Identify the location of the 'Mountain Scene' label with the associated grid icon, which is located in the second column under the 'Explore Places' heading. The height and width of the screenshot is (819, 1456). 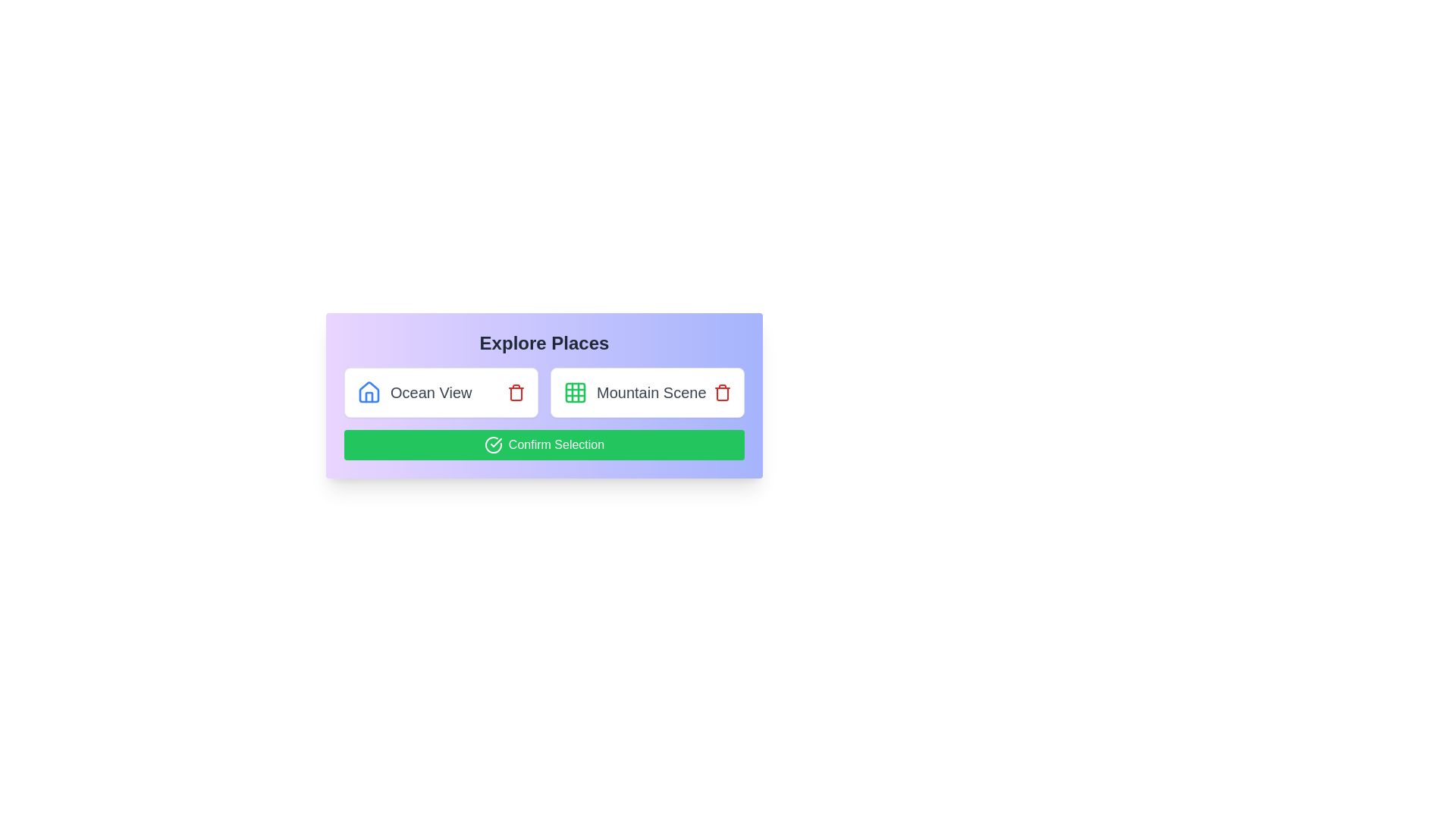
(635, 391).